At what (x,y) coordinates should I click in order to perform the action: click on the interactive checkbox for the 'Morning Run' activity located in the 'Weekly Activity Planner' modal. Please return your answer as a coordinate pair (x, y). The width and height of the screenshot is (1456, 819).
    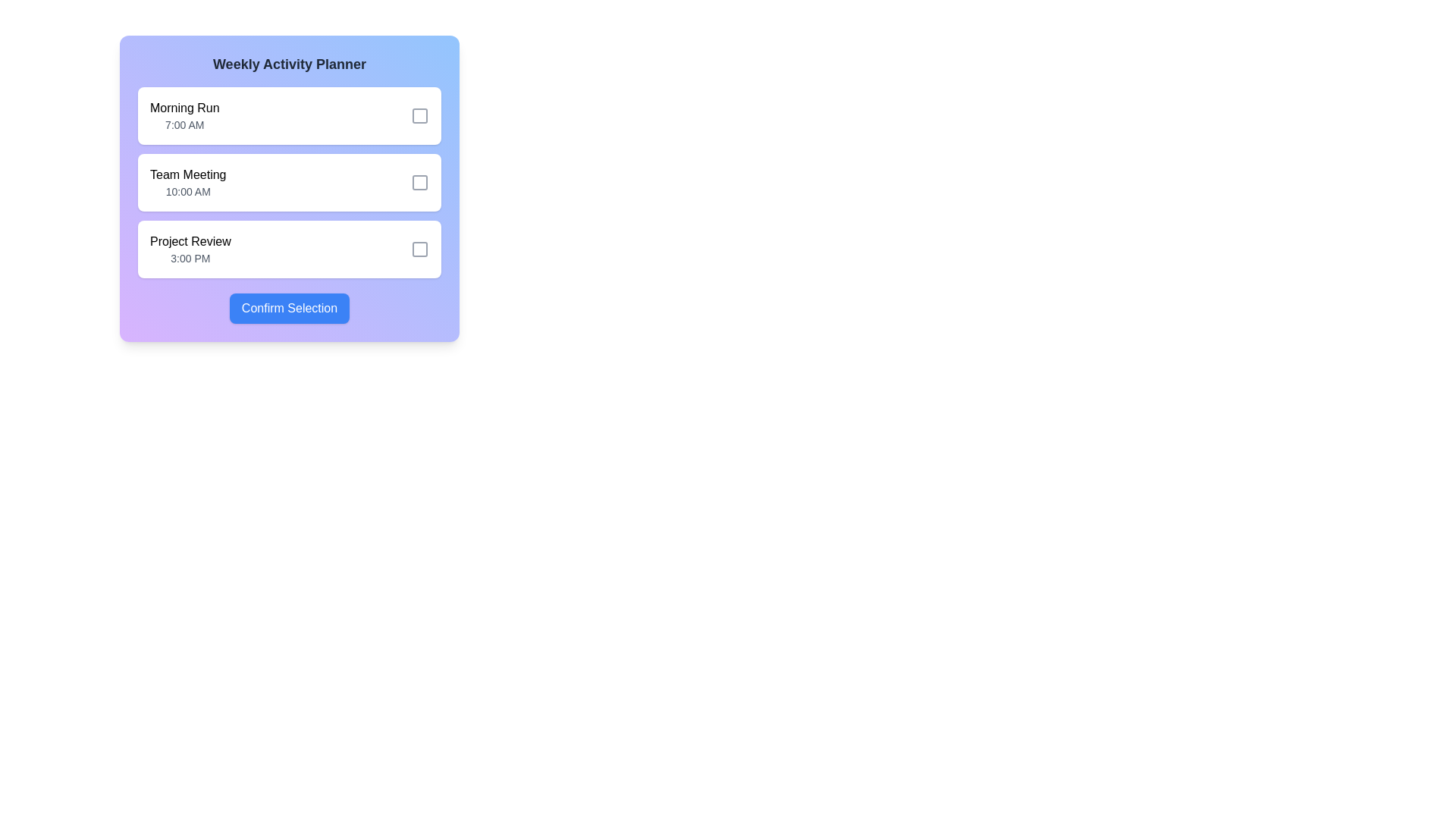
    Looking at the image, I should click on (419, 115).